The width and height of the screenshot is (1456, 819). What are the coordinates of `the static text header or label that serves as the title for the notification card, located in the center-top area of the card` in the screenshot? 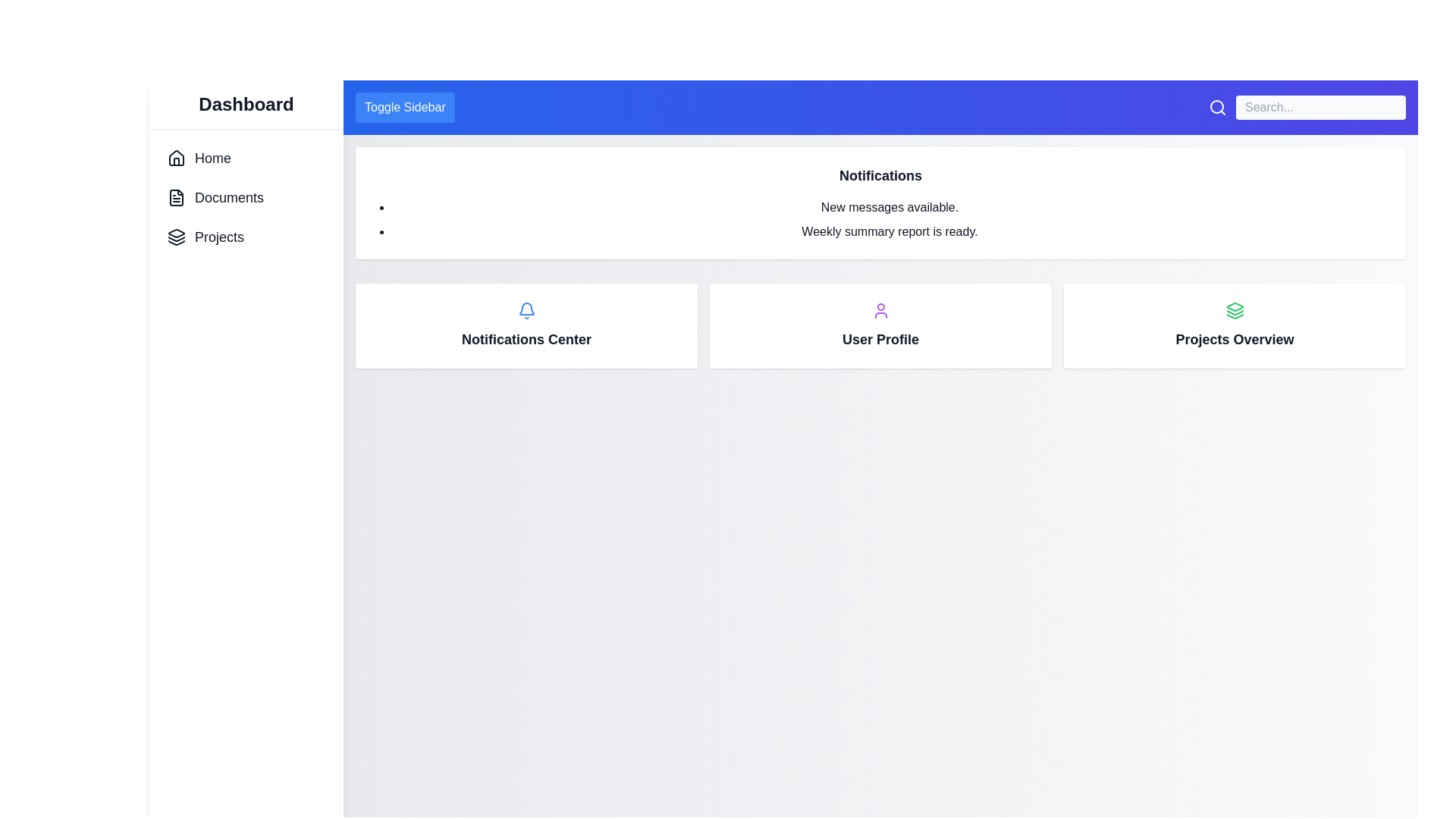 It's located at (880, 174).